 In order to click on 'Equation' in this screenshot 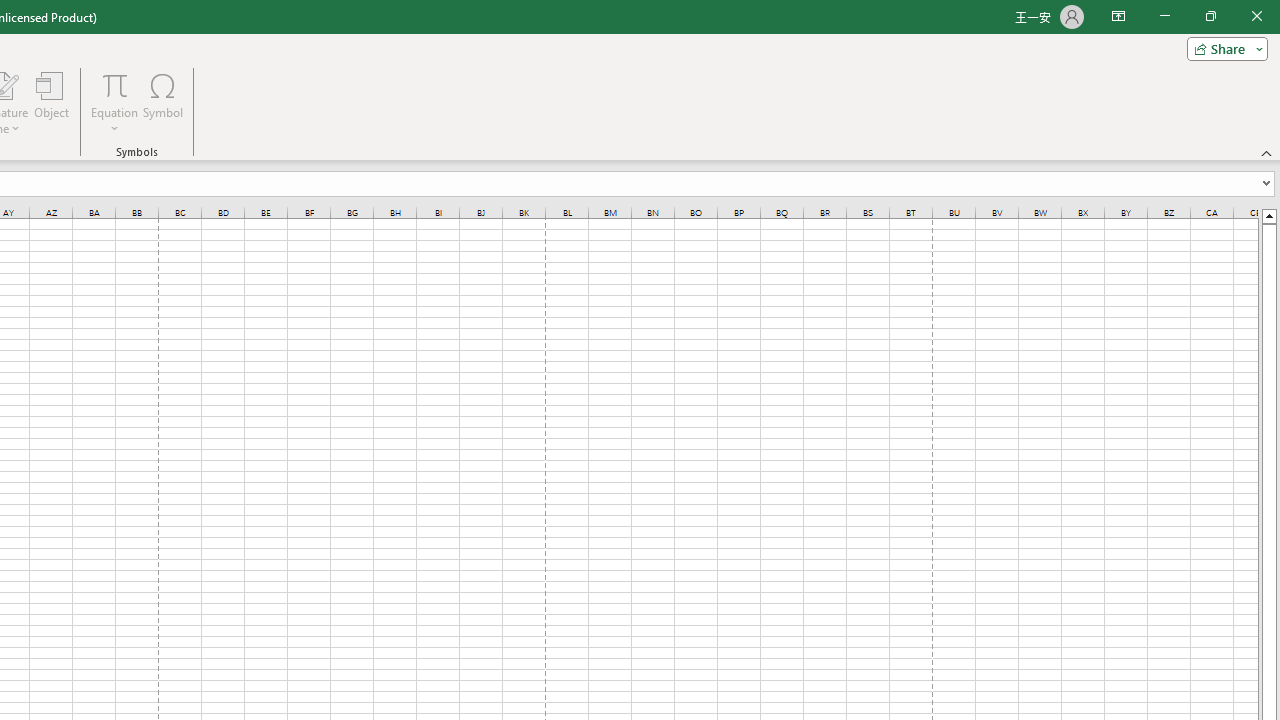, I will do `click(114, 84)`.